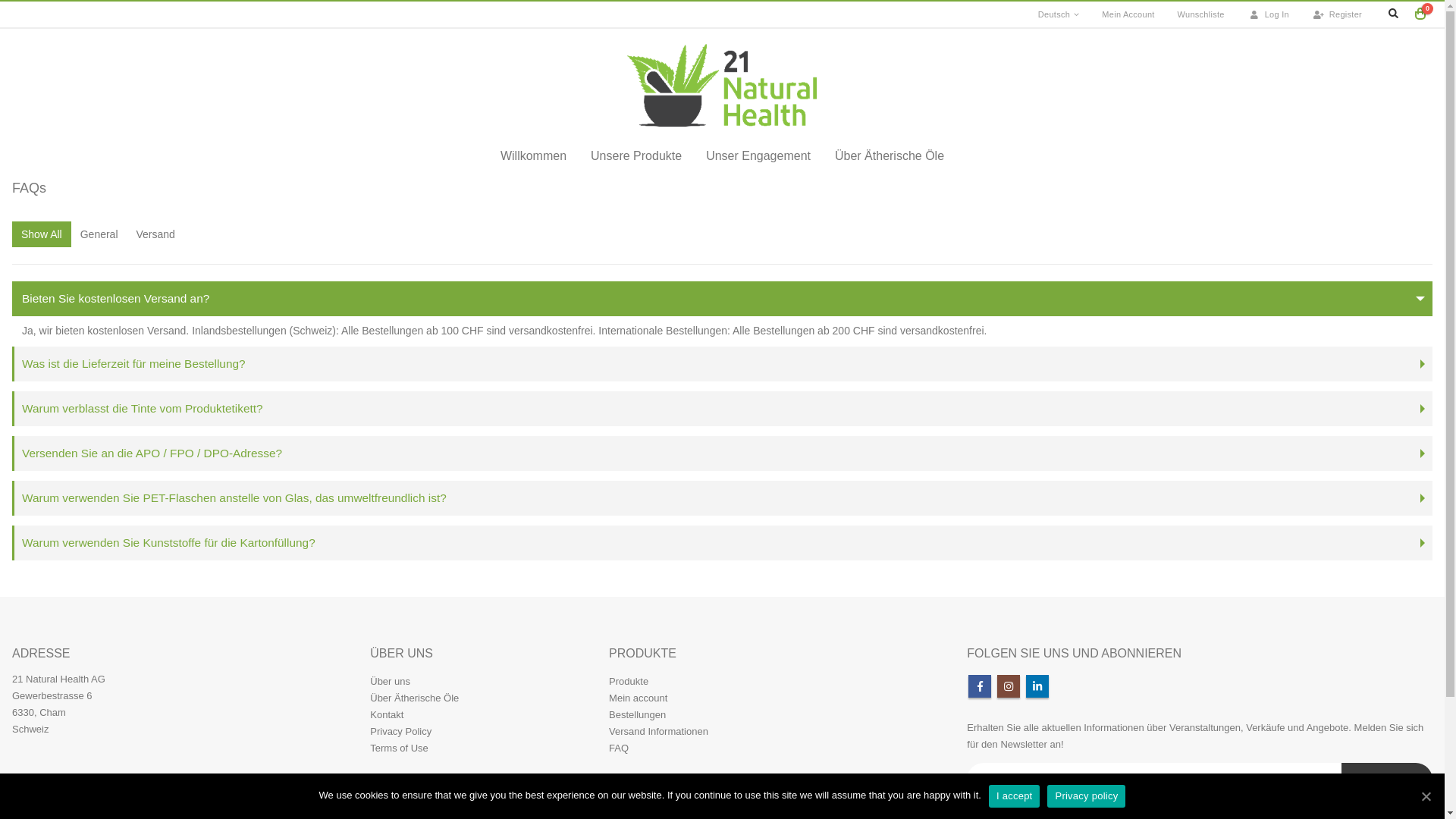  I want to click on 'Versand', so click(155, 234).